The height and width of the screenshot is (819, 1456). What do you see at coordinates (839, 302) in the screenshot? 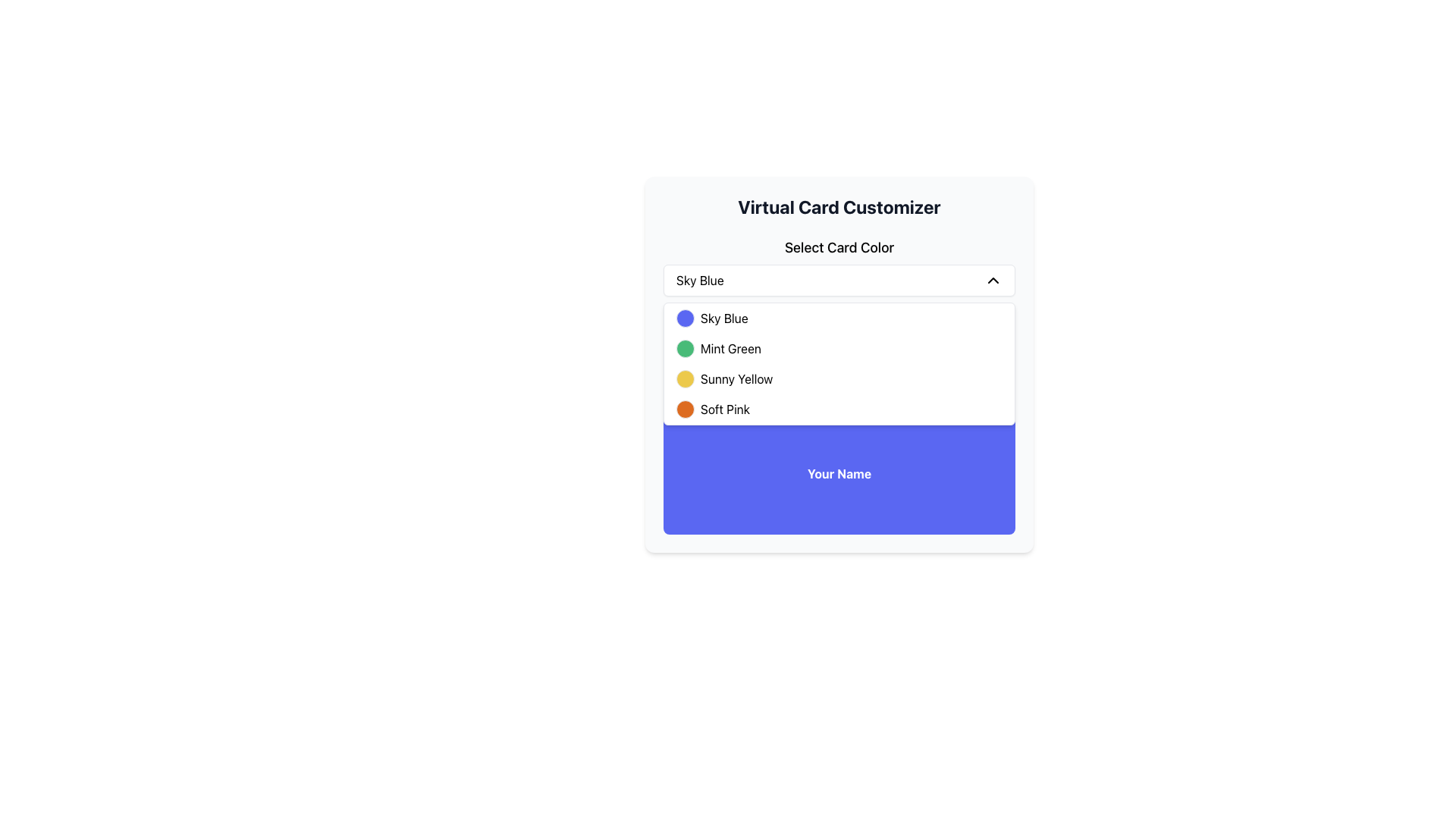
I see `the dropdown menu for selecting a card color in the 'Virtual Card Customizer' interface` at bounding box center [839, 302].